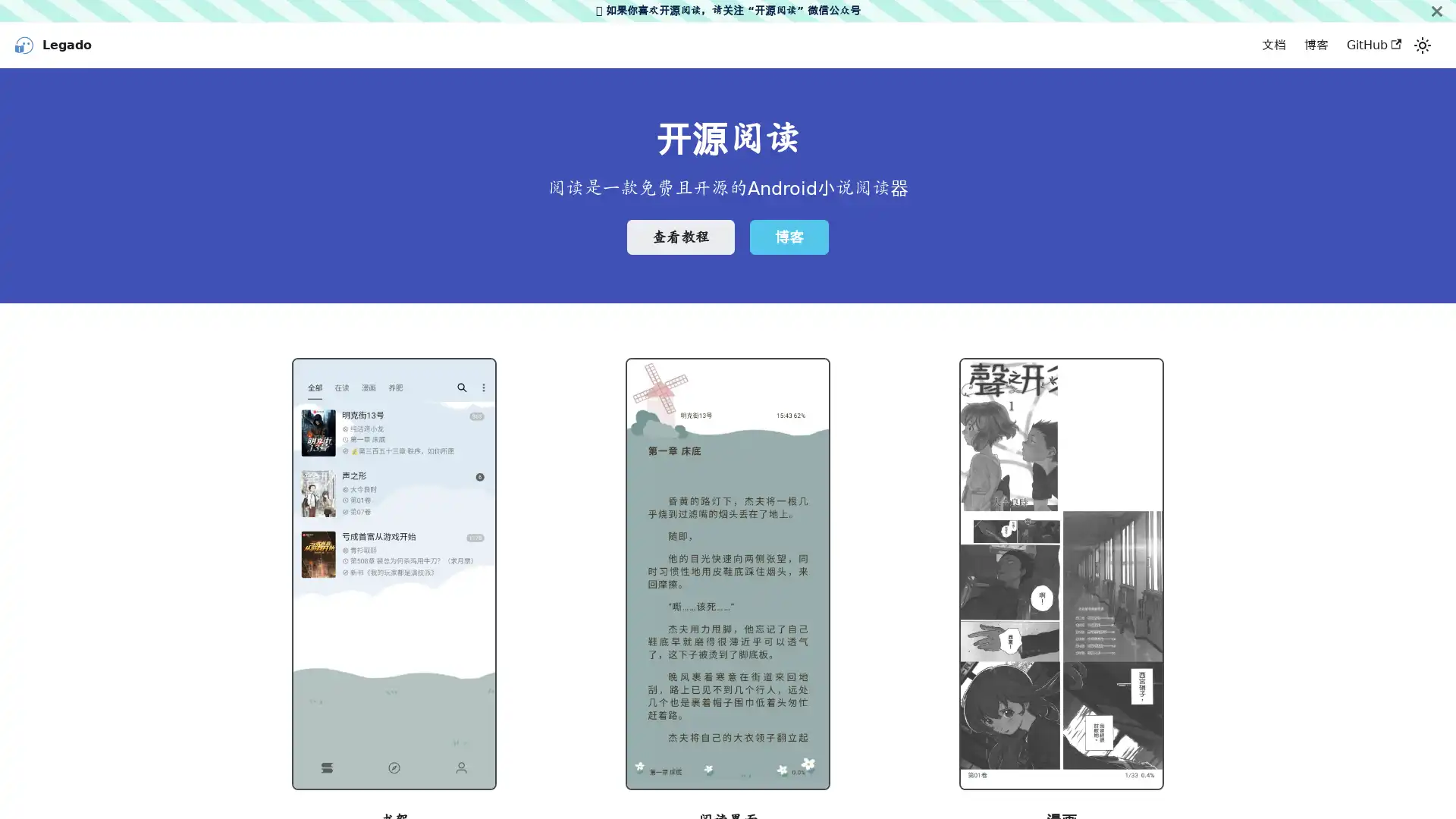  I want to click on Switch between dark and light mode (currently light mode), so click(1422, 45).